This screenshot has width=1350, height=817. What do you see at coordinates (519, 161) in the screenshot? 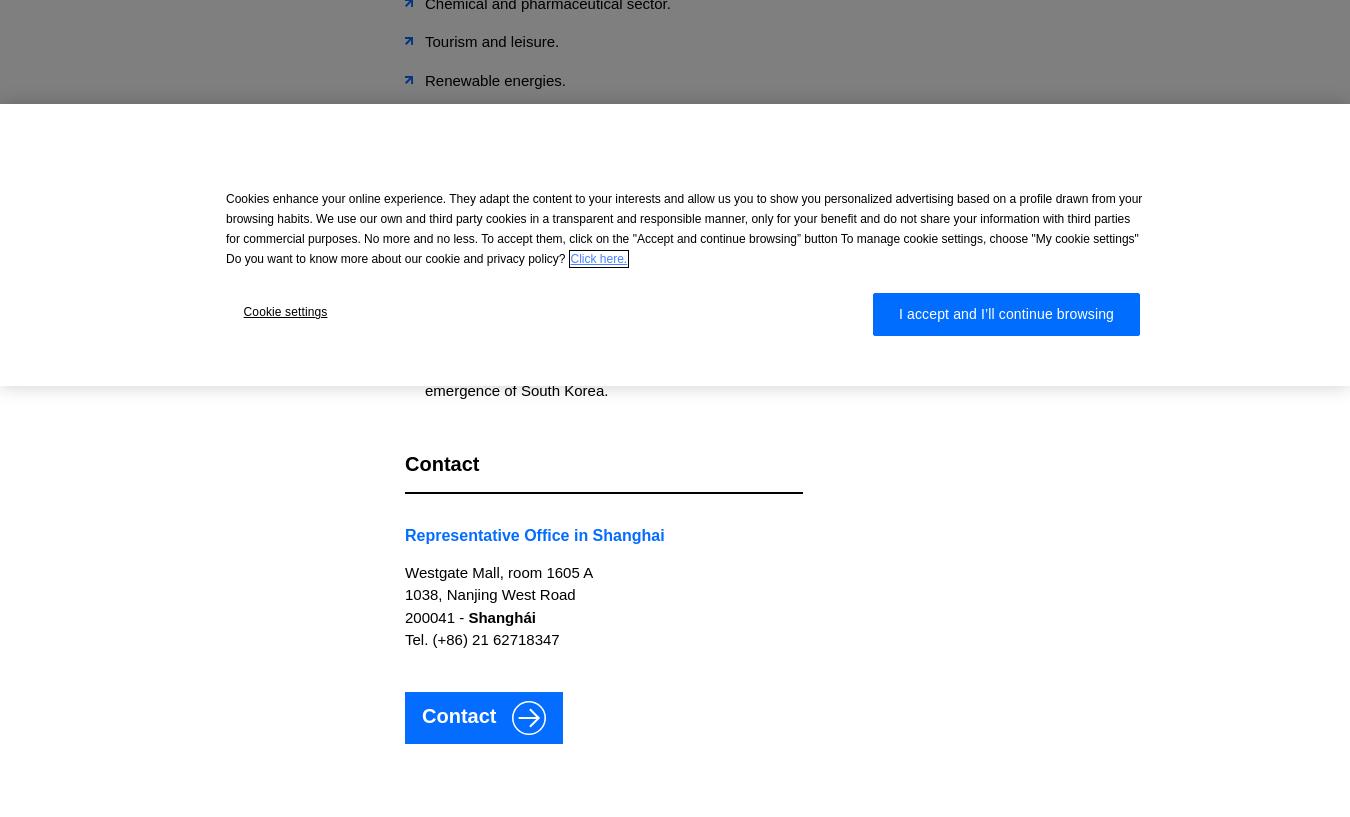
I see `'Slowly but surely expanding.'` at bounding box center [519, 161].